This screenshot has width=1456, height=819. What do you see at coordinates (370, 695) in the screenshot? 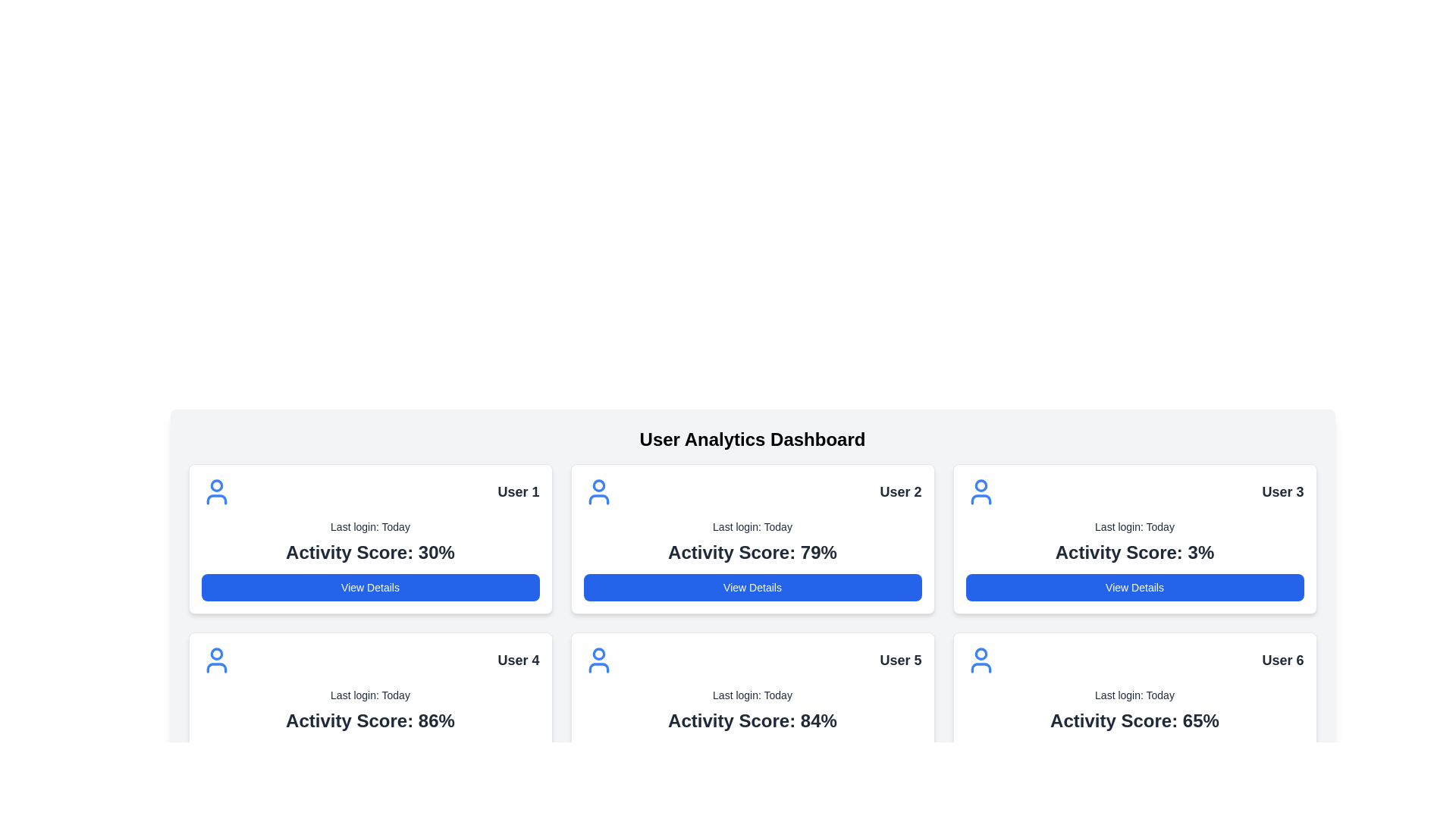
I see `the static Text Label that provides contextual information about User 4's last login activity, positioned above the Activity Score section` at bounding box center [370, 695].